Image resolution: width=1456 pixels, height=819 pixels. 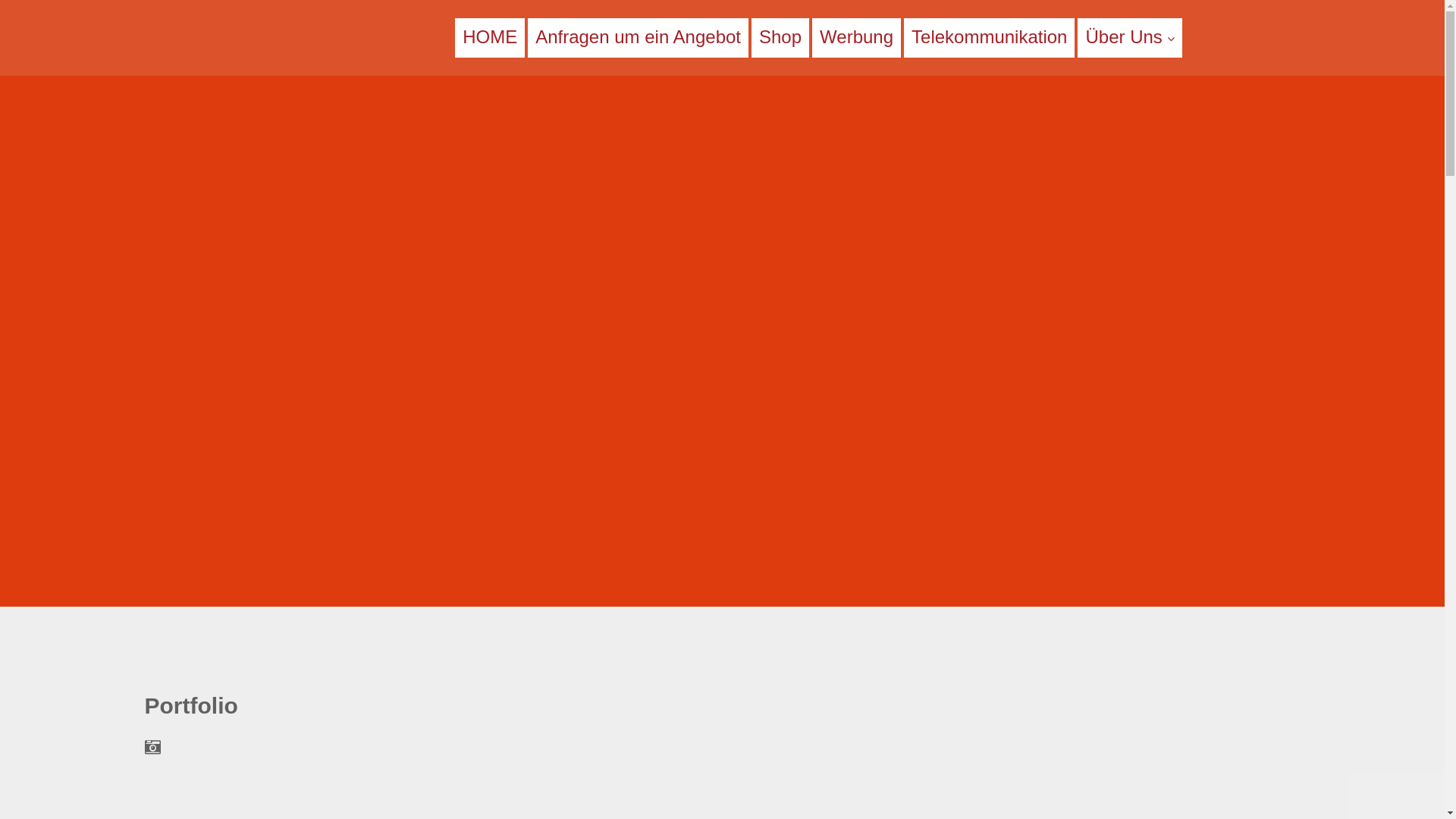 What do you see at coordinates (490, 36) in the screenshot?
I see `'HOME'` at bounding box center [490, 36].